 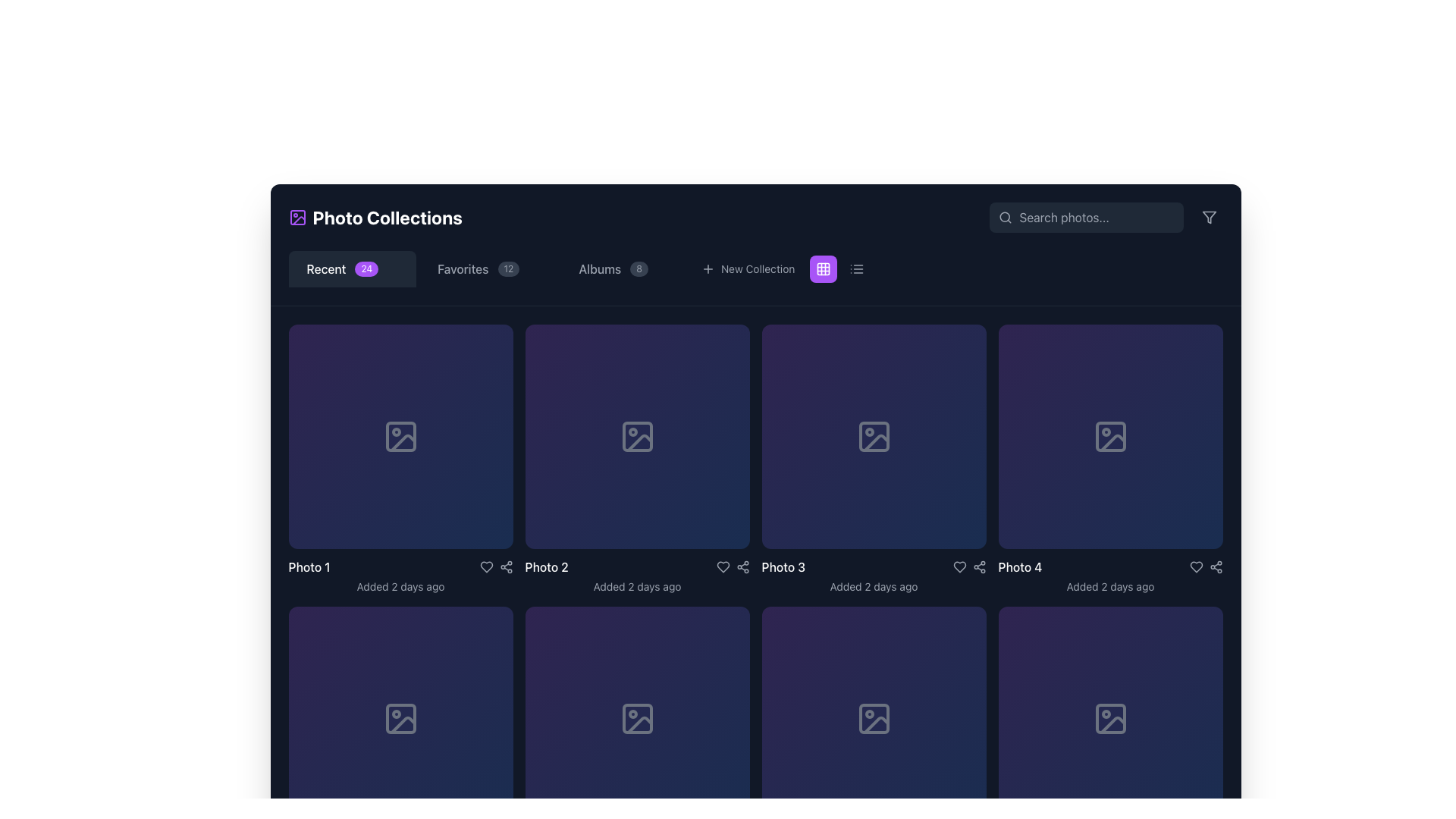 What do you see at coordinates (637, 436) in the screenshot?
I see `the background graphical rectangle that represents the placeholder for an image icon in the SVG image representation located in the second column of the first row of the grid layout` at bounding box center [637, 436].